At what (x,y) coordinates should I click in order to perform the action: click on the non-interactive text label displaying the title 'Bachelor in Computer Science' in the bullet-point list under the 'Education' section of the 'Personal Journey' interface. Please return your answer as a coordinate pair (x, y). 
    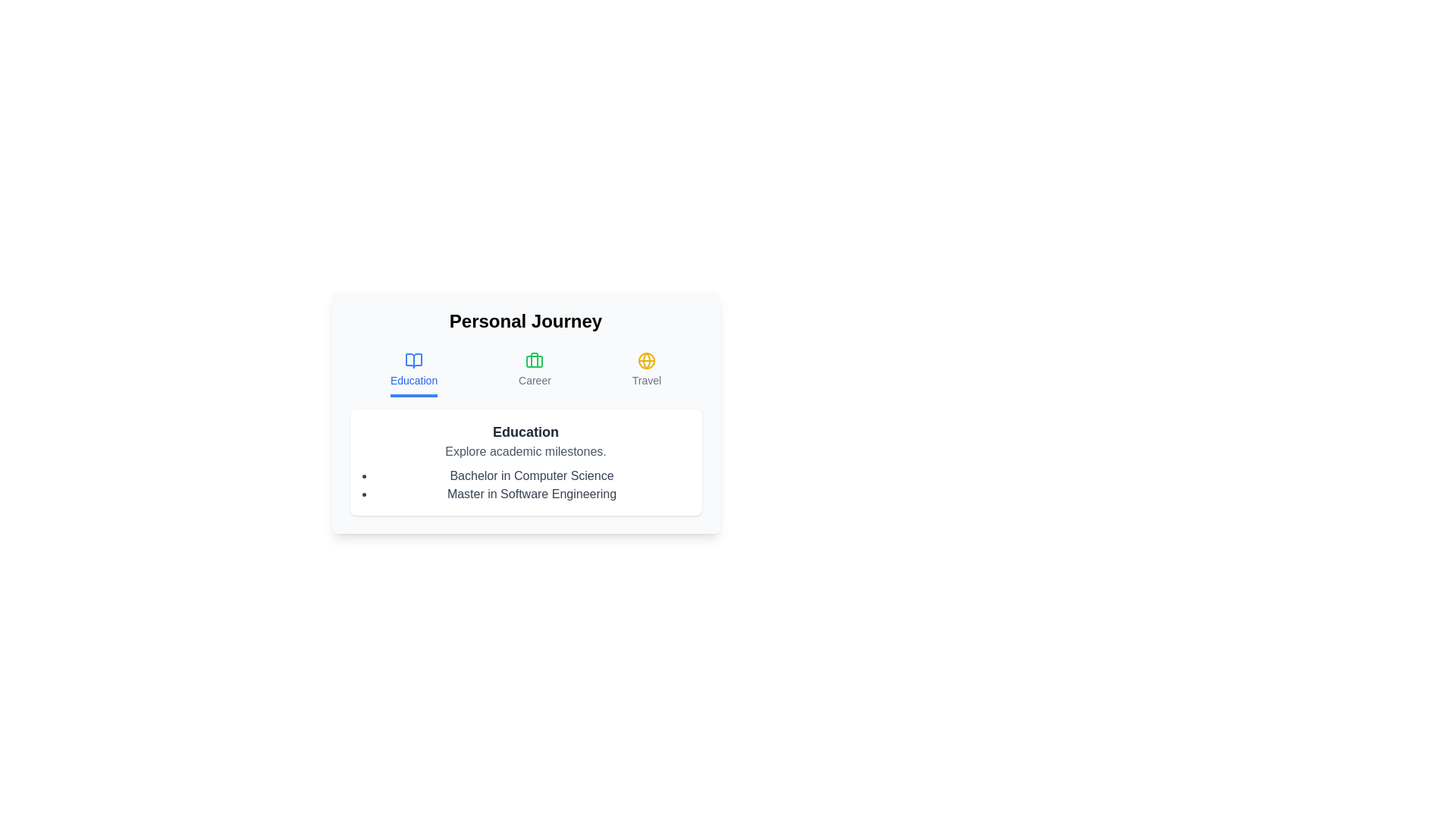
    Looking at the image, I should click on (532, 475).